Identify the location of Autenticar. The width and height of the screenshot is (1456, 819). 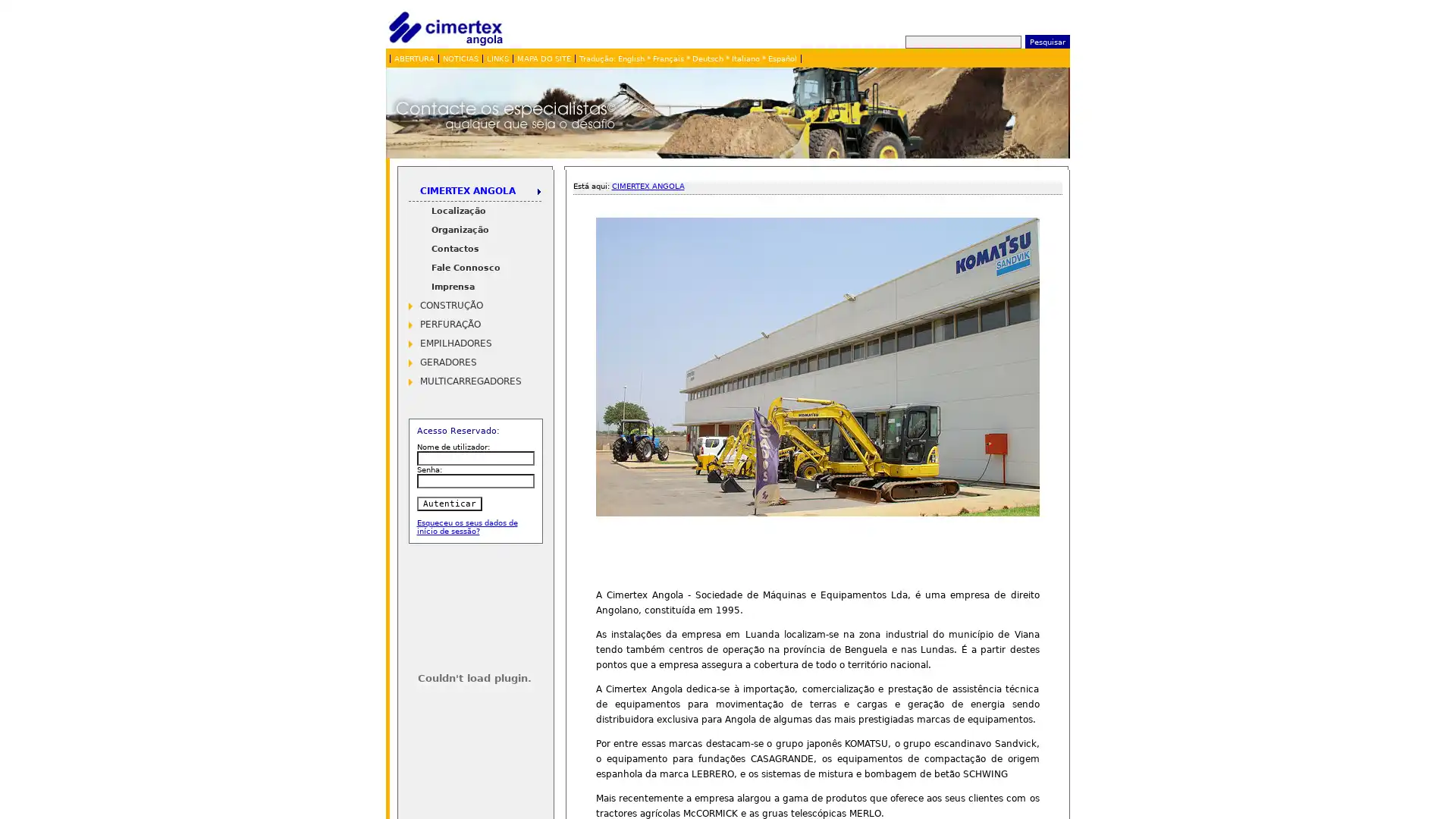
(447, 504).